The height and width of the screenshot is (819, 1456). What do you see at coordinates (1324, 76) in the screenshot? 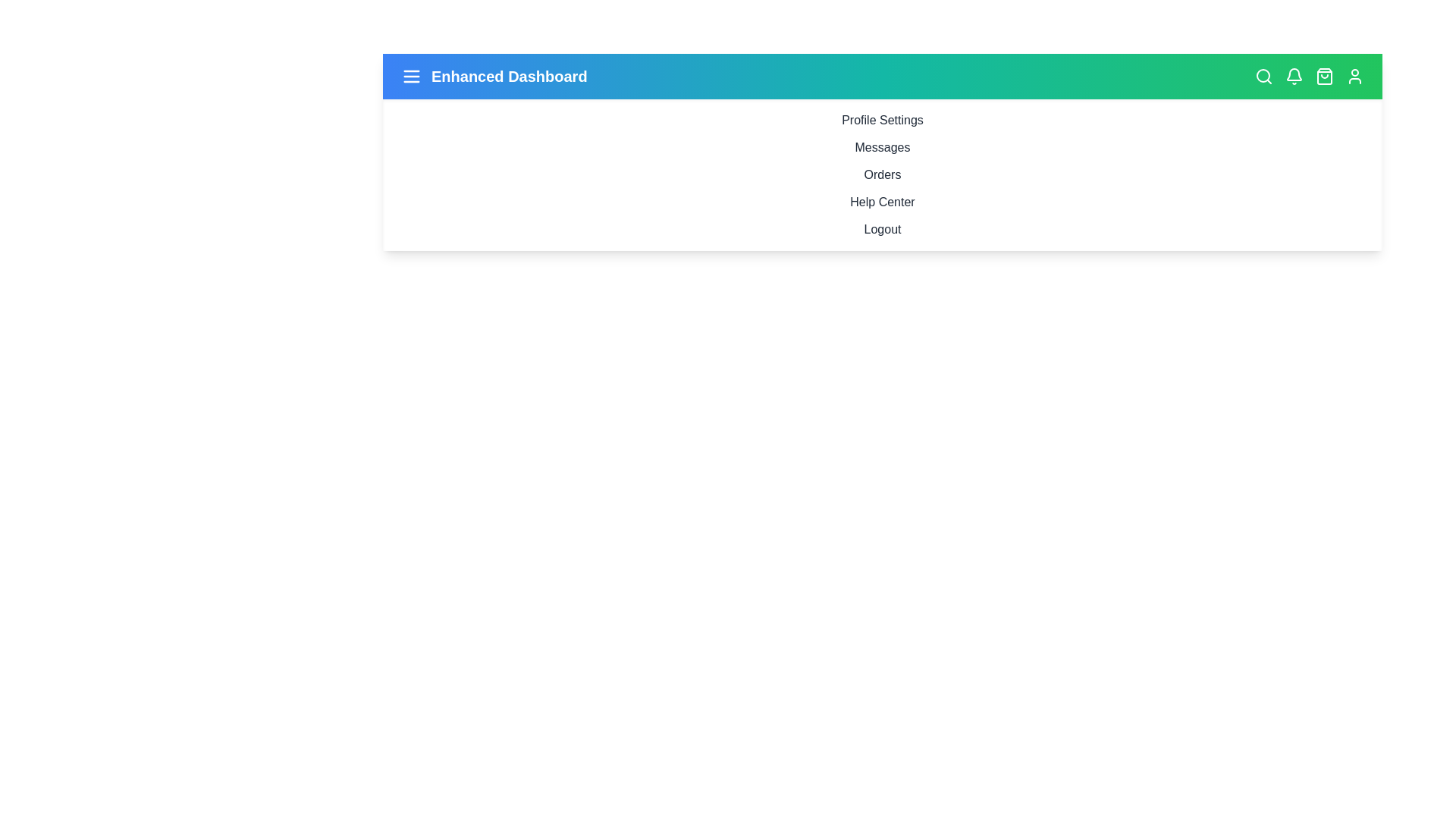
I see `the shopping_bag icon to display its tooltip or visual feedback` at bounding box center [1324, 76].